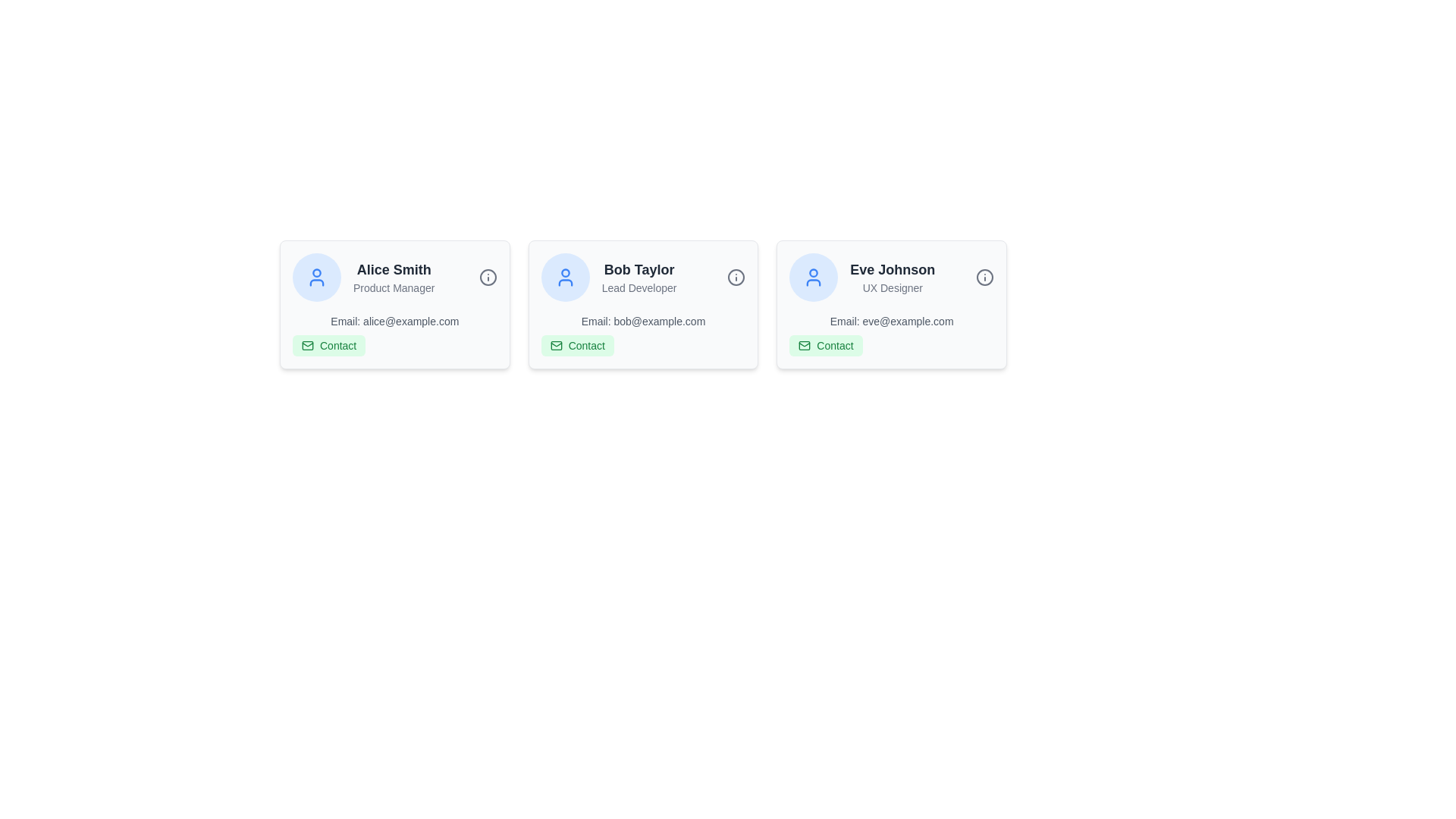  I want to click on the Profile header displaying the name 'Alice Smith' and title 'Product Manager', which includes a circular blue icon on the left and an info icon on the right, so click(394, 278).